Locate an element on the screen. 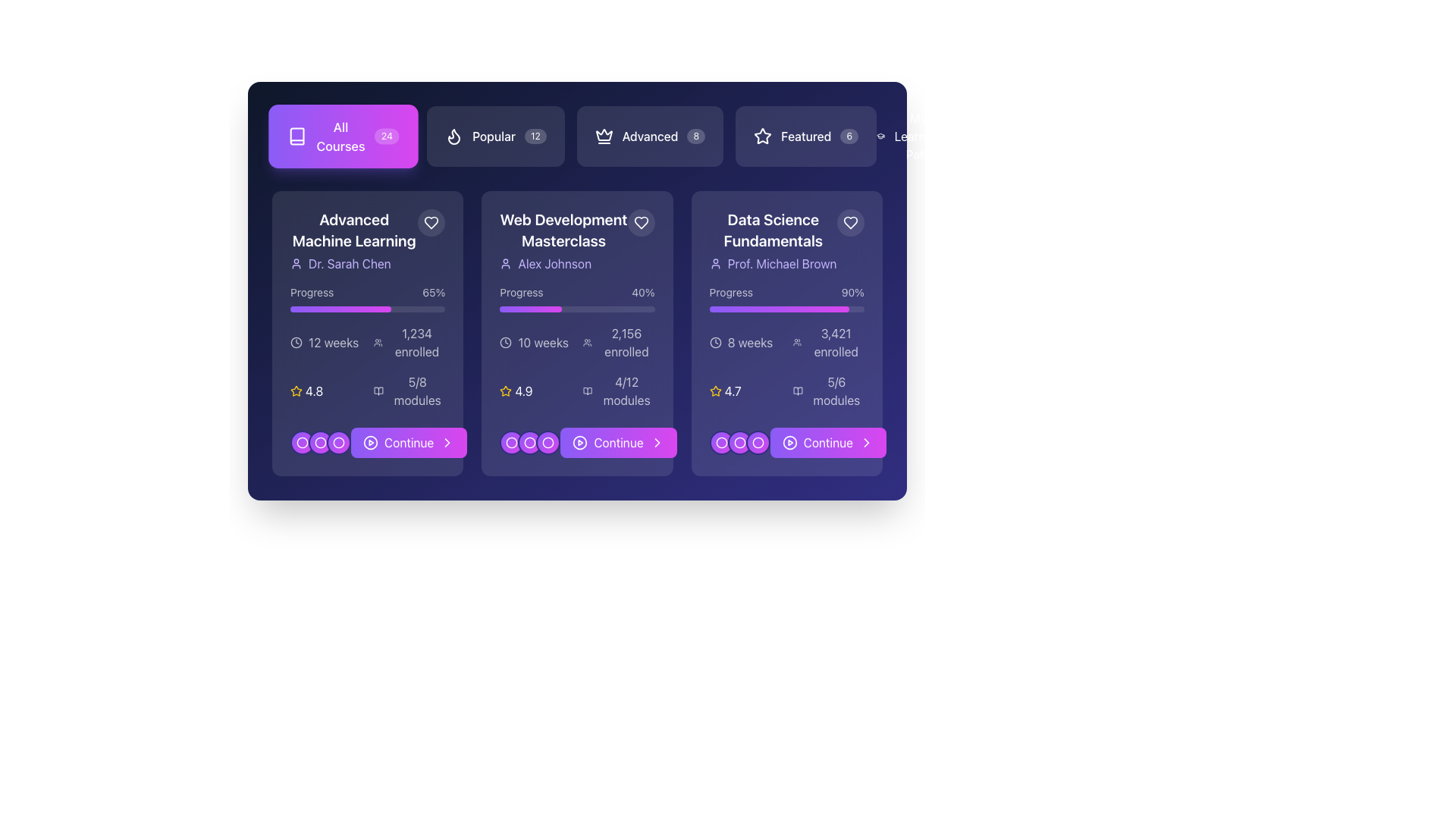 Image resolution: width=1456 pixels, height=819 pixels. progress completion is located at coordinates (297, 309).